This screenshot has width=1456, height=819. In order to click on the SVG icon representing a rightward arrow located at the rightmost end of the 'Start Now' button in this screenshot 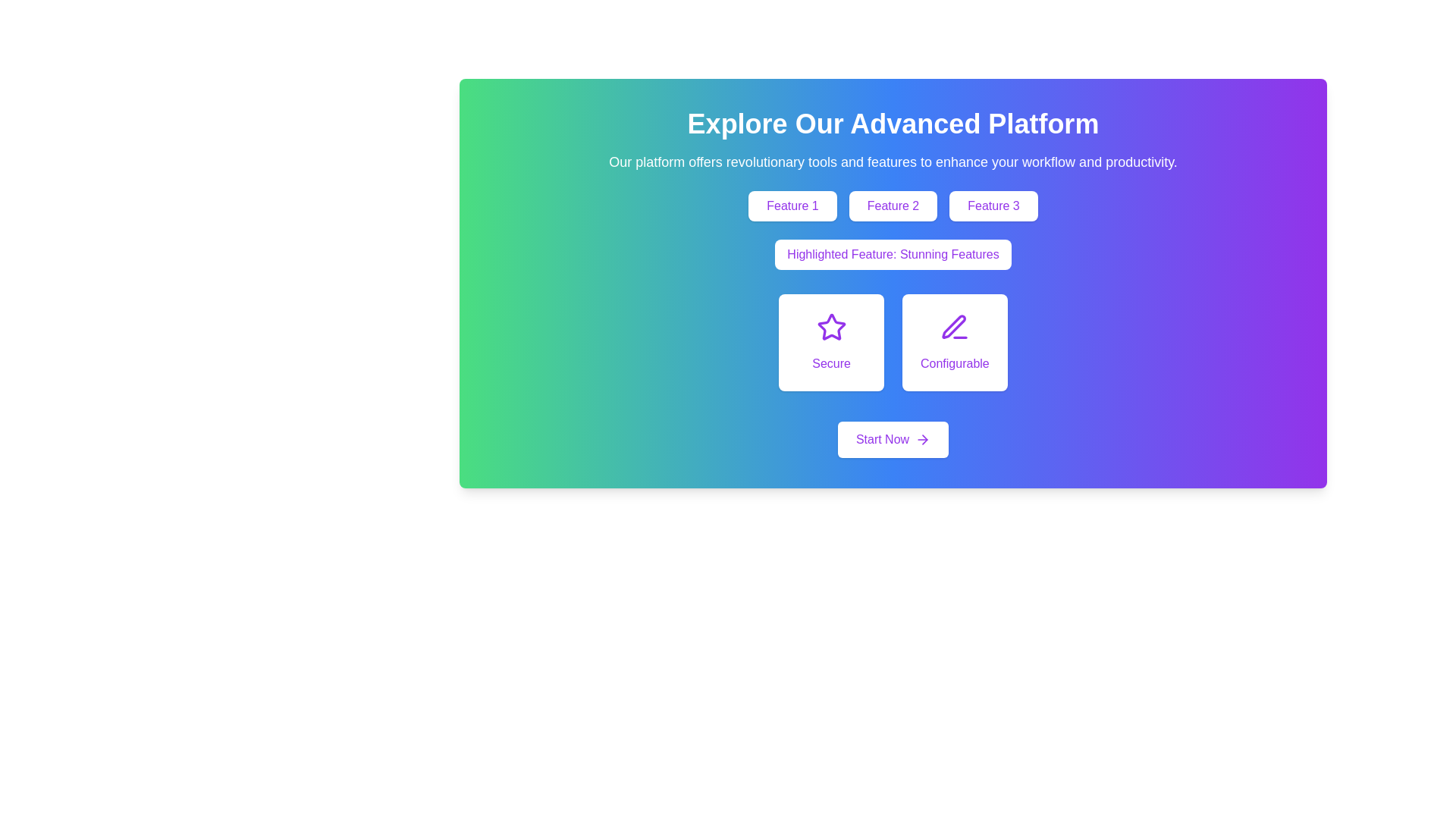, I will do `click(922, 439)`.